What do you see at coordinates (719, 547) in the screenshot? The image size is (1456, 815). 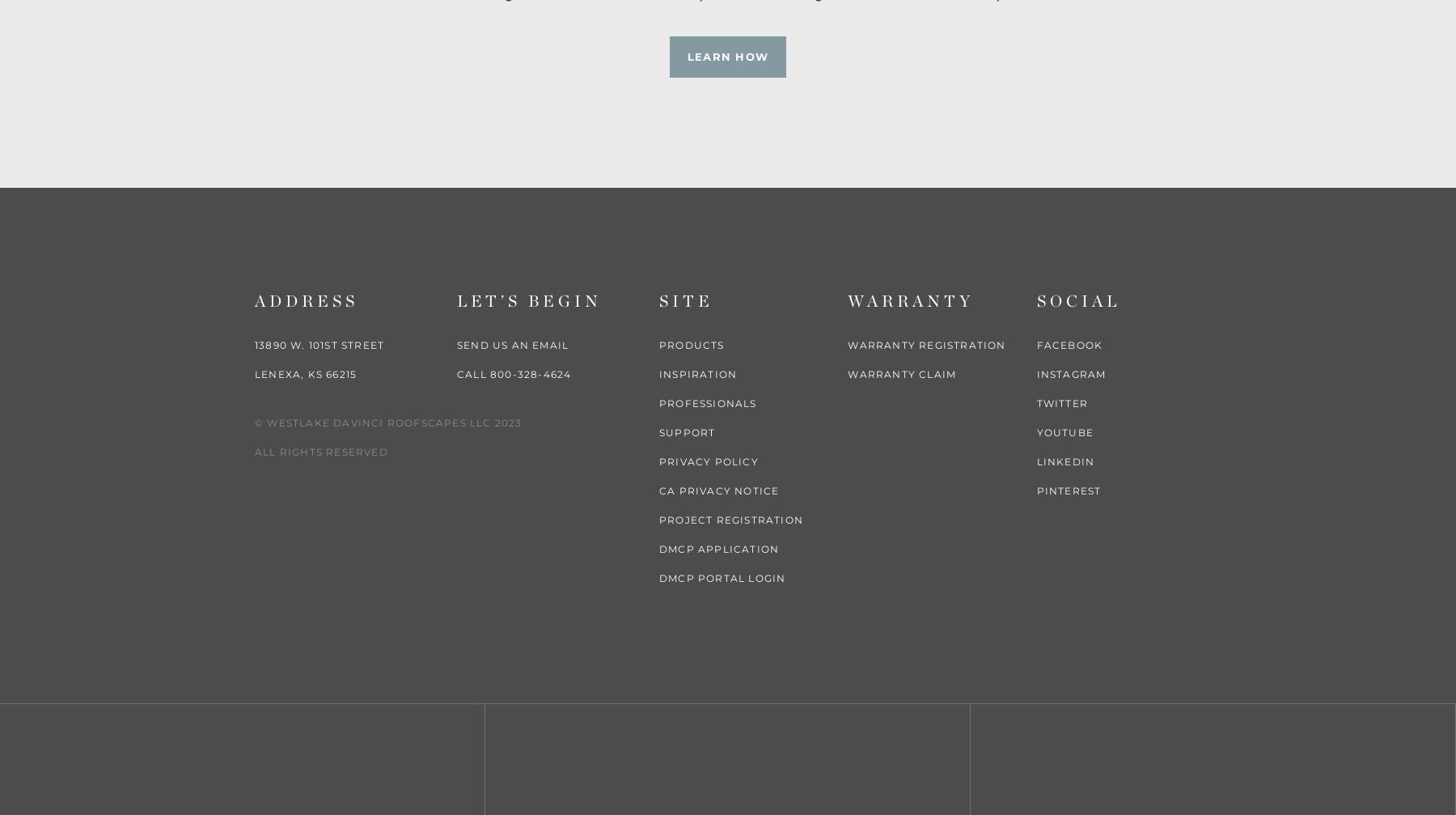 I see `'DMCP Application'` at bounding box center [719, 547].